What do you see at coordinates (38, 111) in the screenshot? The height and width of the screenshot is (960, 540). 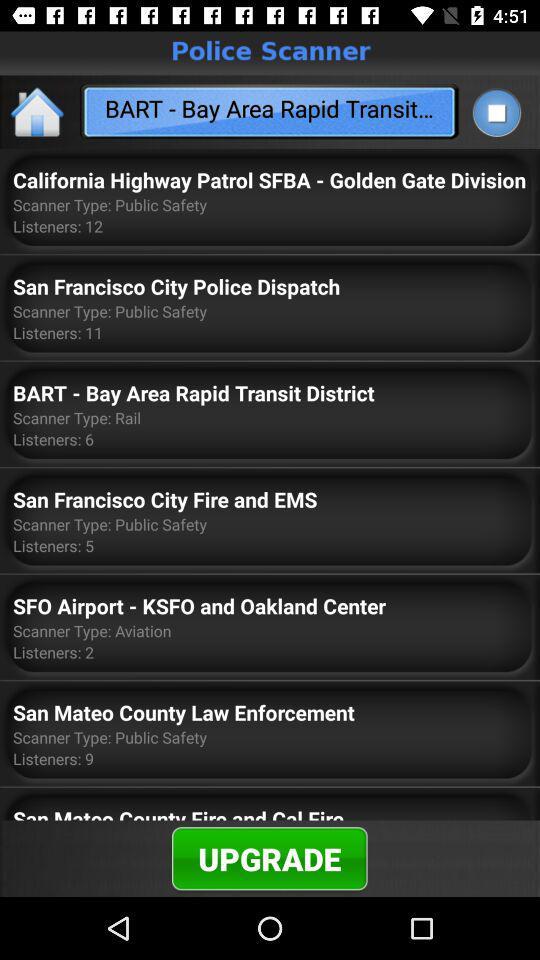 I see `app next to the bart bay area` at bounding box center [38, 111].